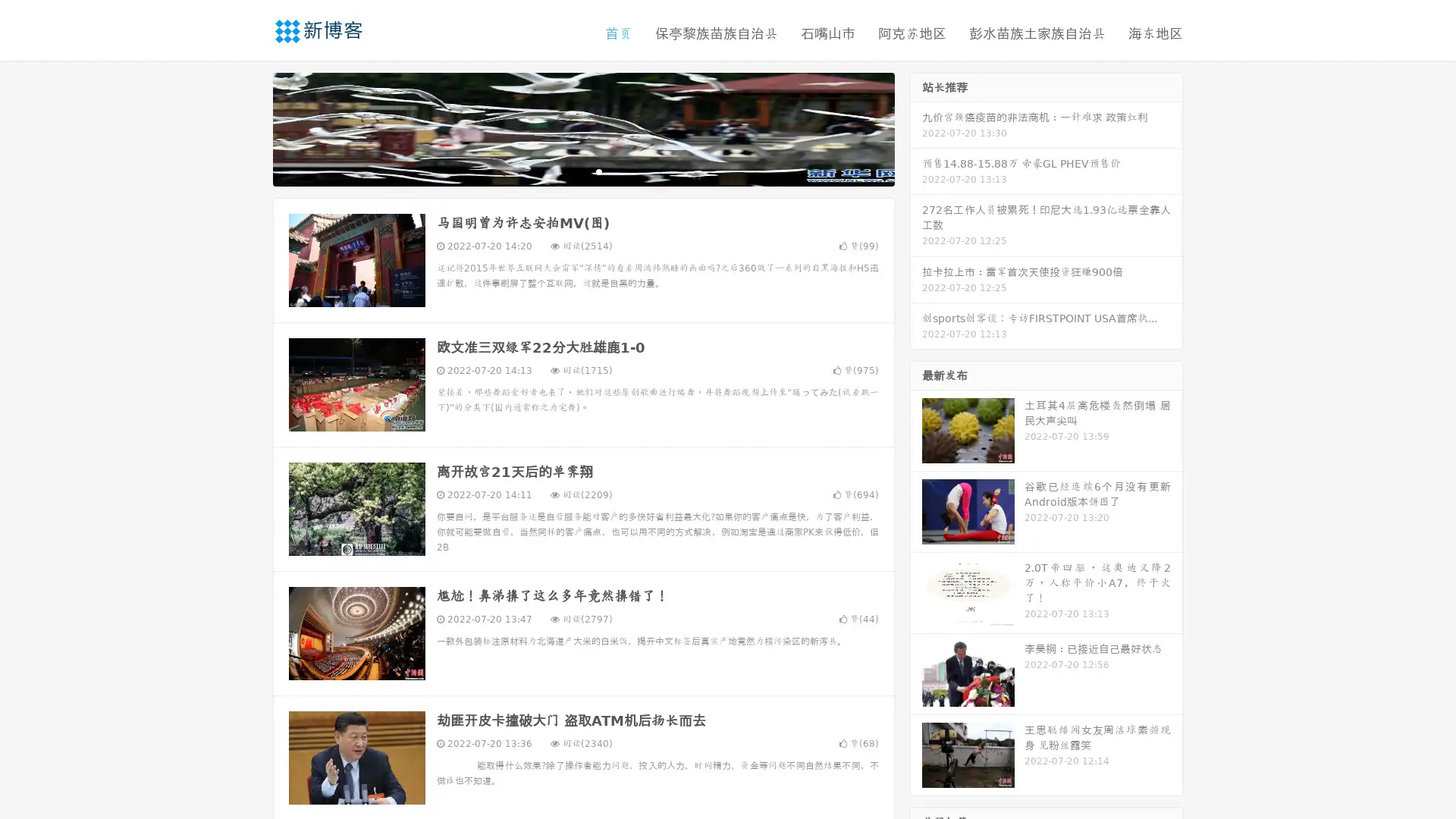 This screenshot has width=1456, height=819. Describe the element at coordinates (916, 127) in the screenshot. I see `Next slide` at that location.